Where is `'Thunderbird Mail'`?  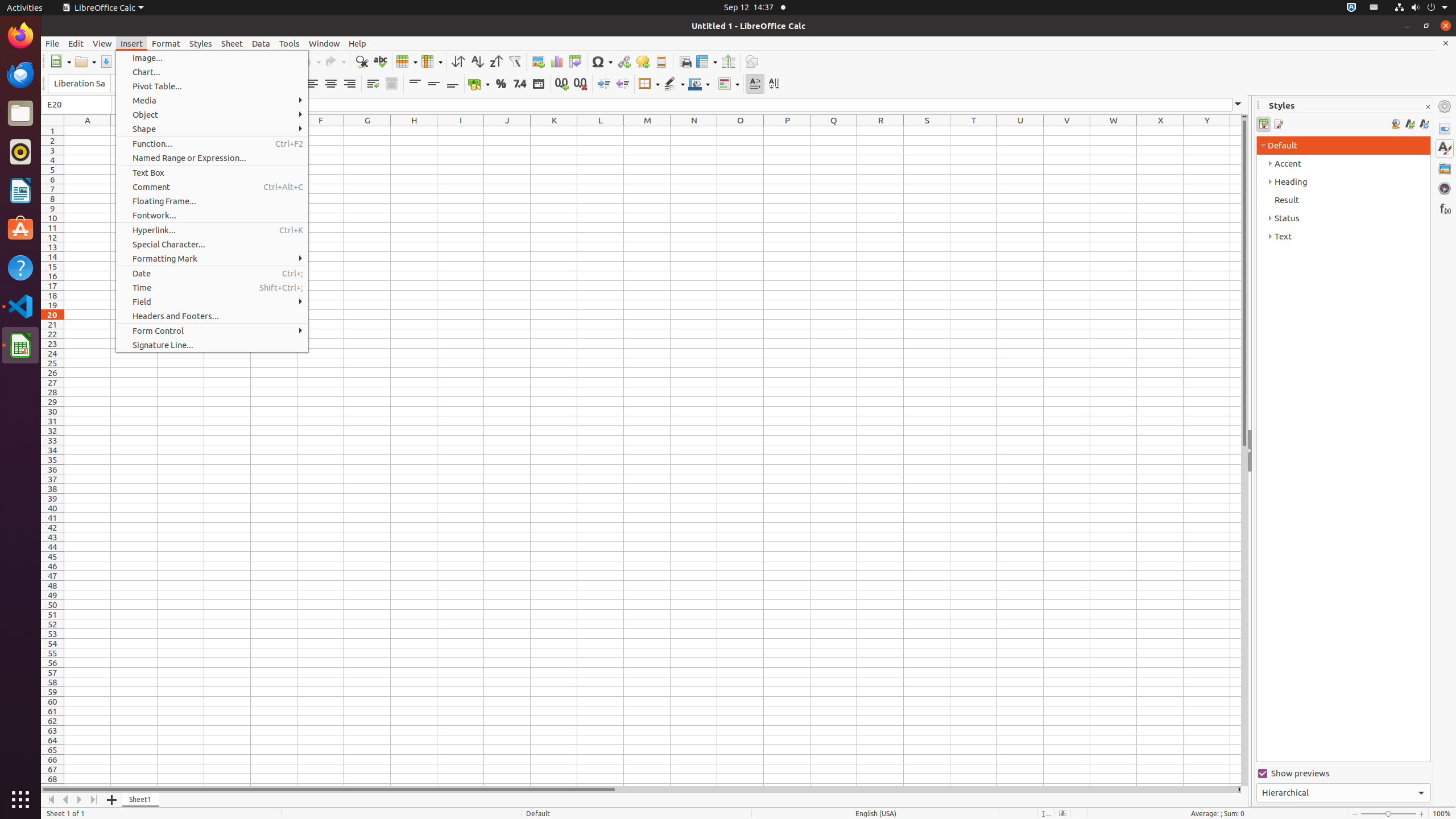 'Thunderbird Mail' is located at coordinates (20, 74).